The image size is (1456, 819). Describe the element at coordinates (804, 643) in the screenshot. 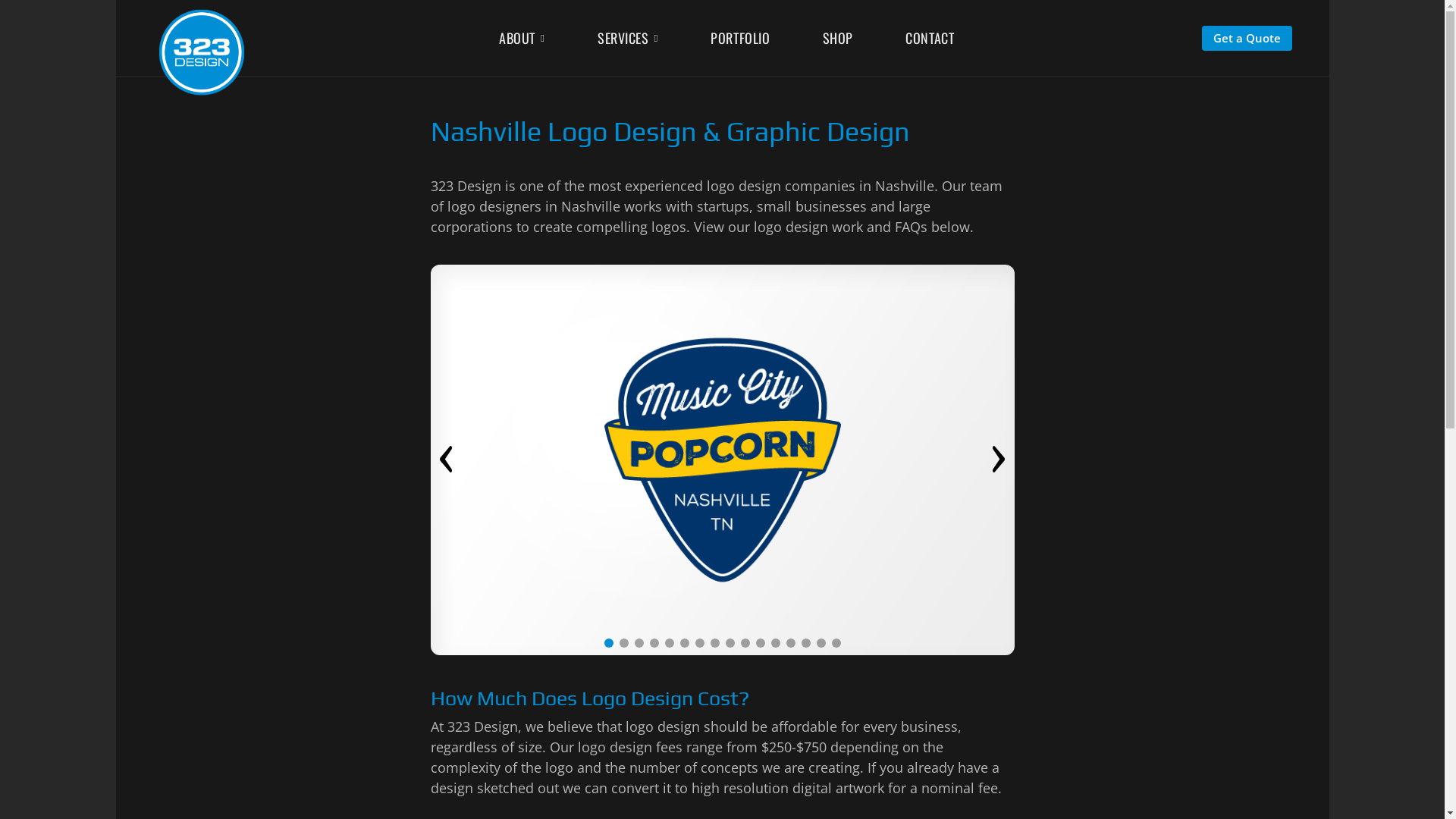

I see `'14'` at that location.